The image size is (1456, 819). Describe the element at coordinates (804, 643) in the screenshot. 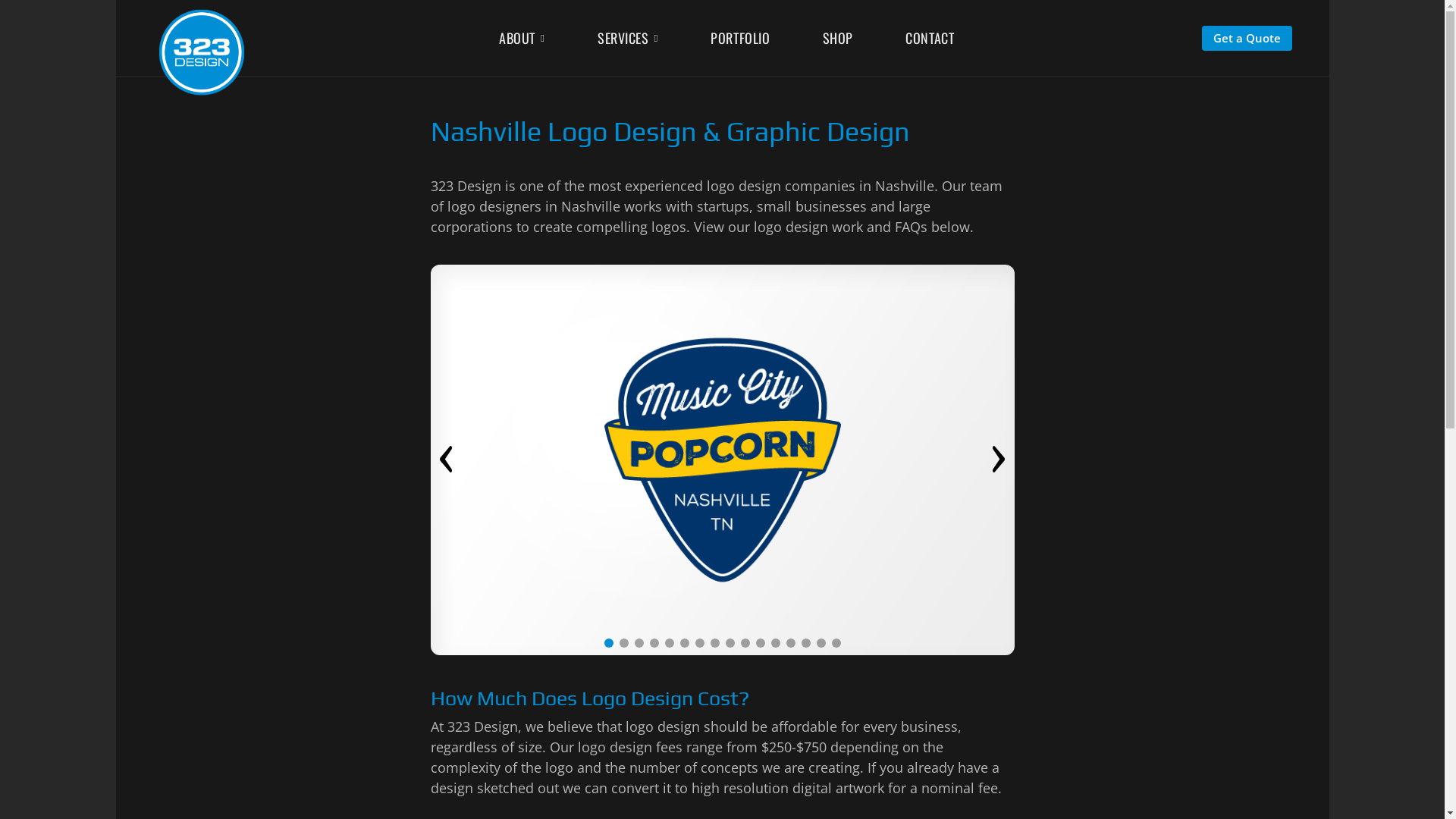

I see `'14'` at that location.